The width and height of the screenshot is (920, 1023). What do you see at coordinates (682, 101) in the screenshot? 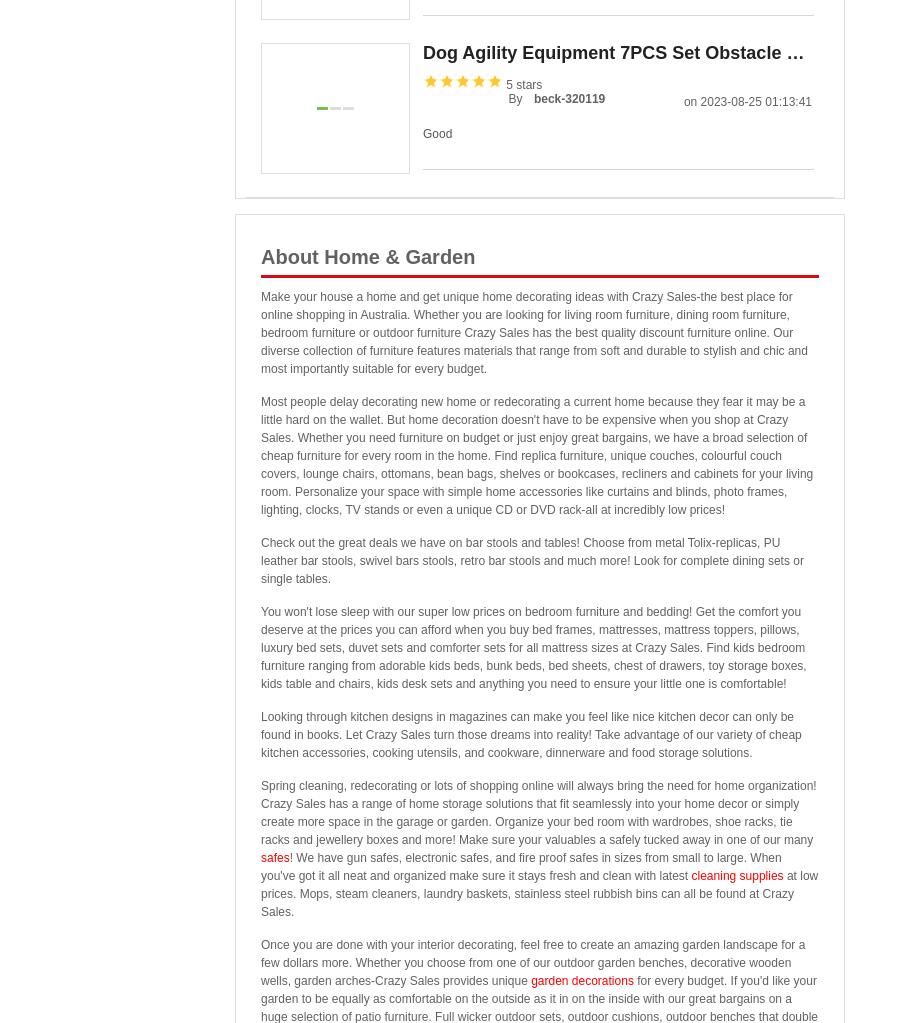
I see `'on 2023-08-25 01:13:41'` at bounding box center [682, 101].